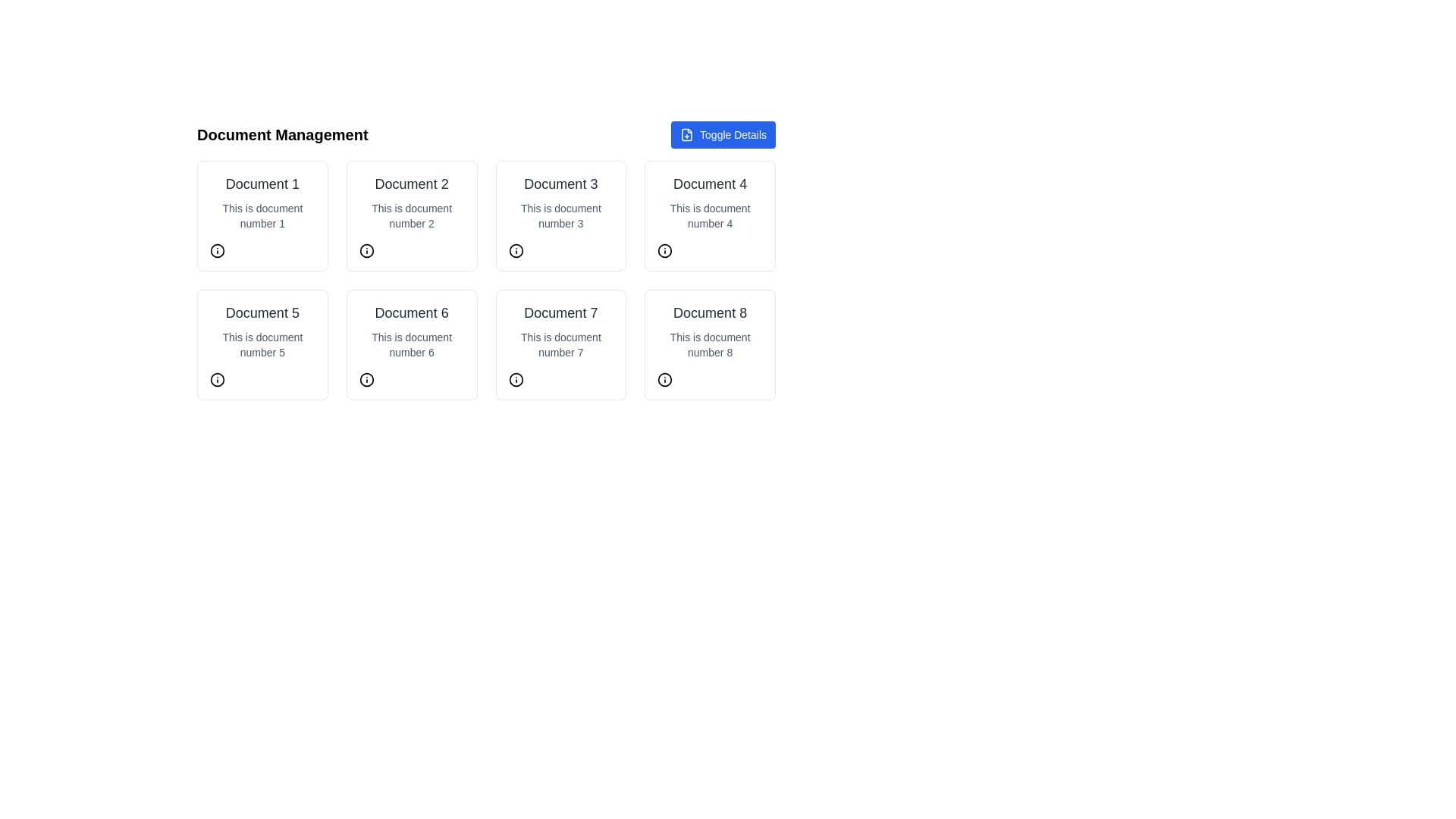  I want to click on the information icon located at the bottom center of the 'Document 2' tile, which has a circular shape with an 'i' inside it, so click(366, 250).